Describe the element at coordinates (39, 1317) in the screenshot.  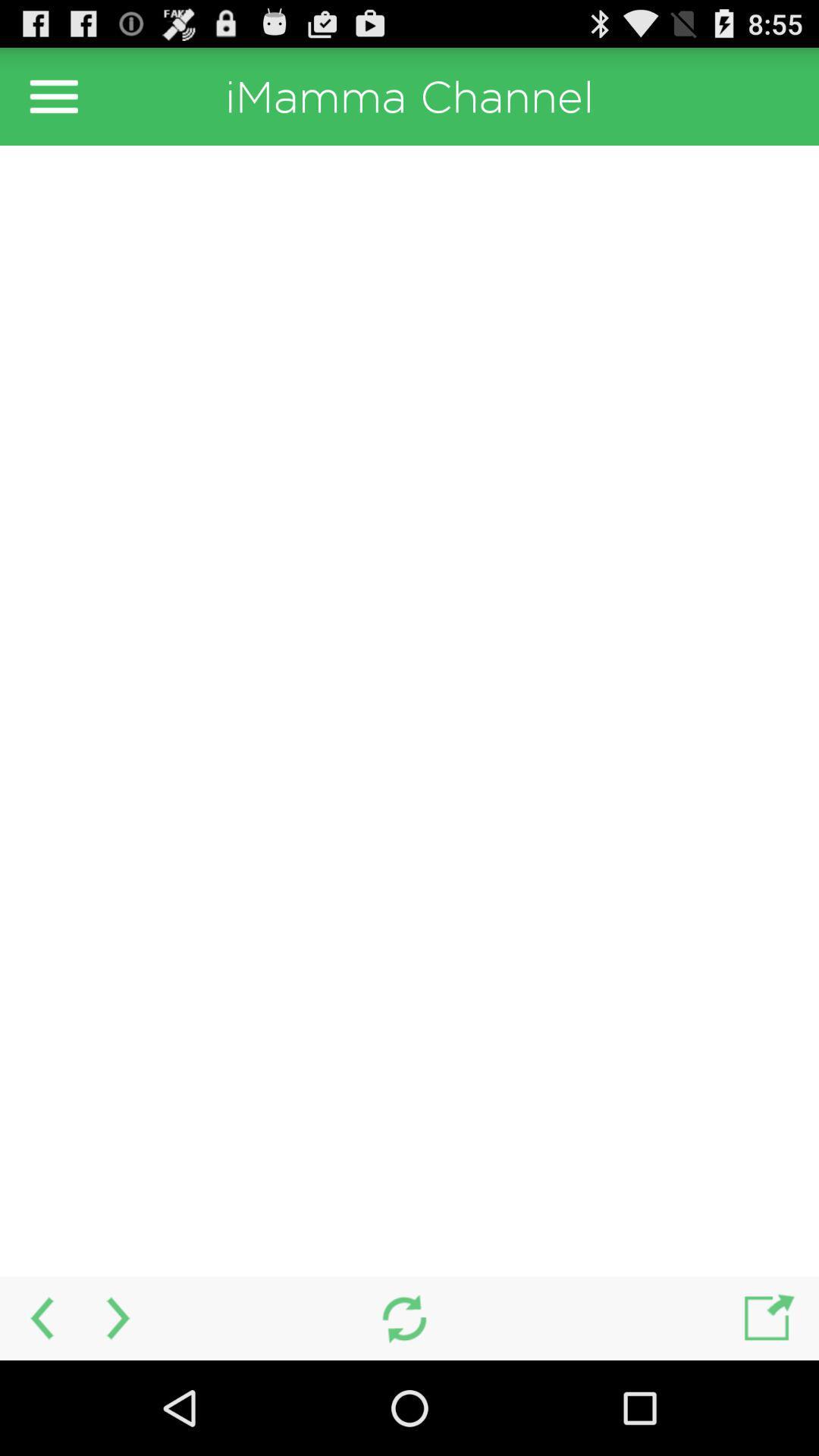
I see `go back` at that location.